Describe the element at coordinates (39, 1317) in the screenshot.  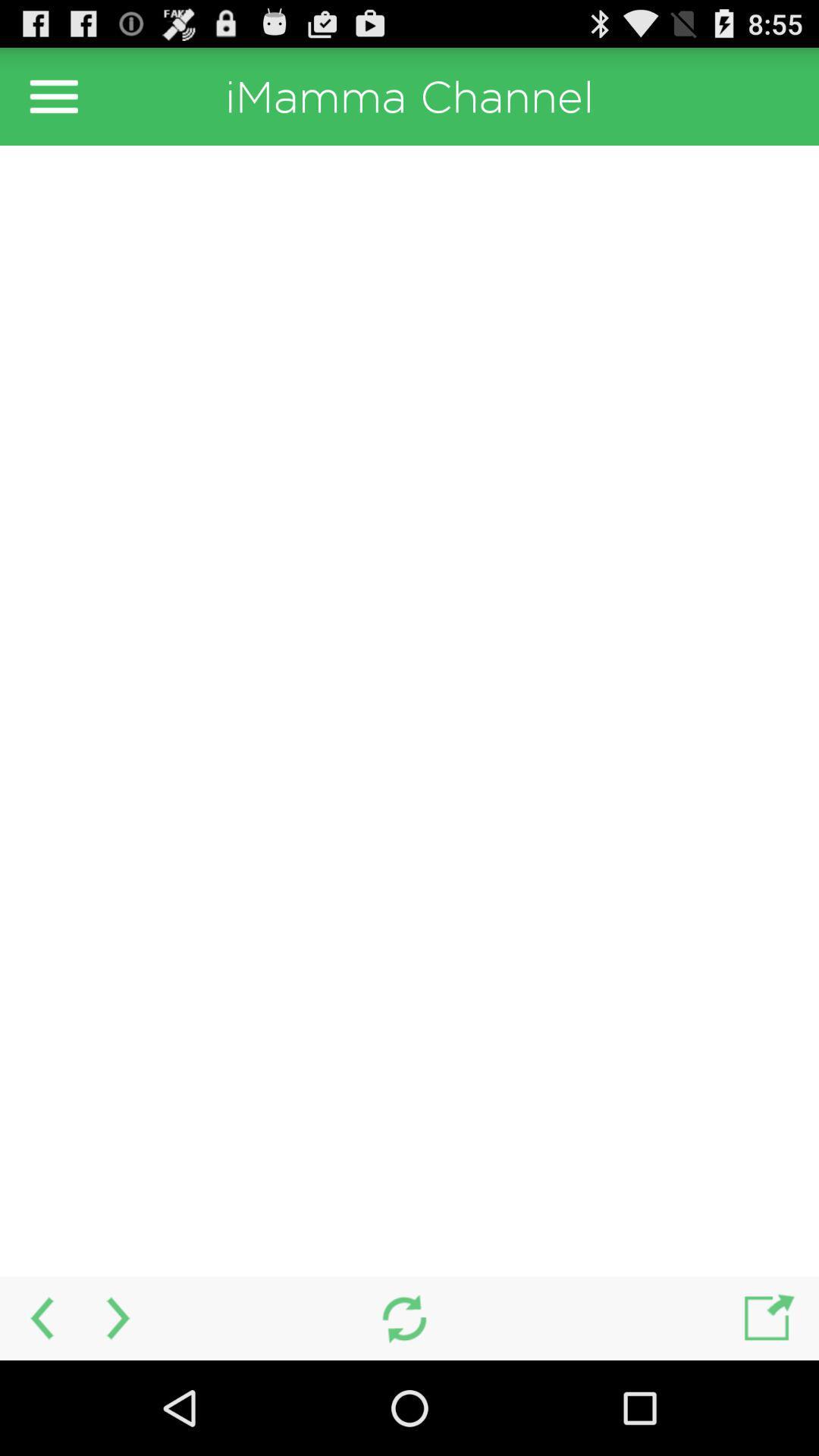
I see `go back` at that location.